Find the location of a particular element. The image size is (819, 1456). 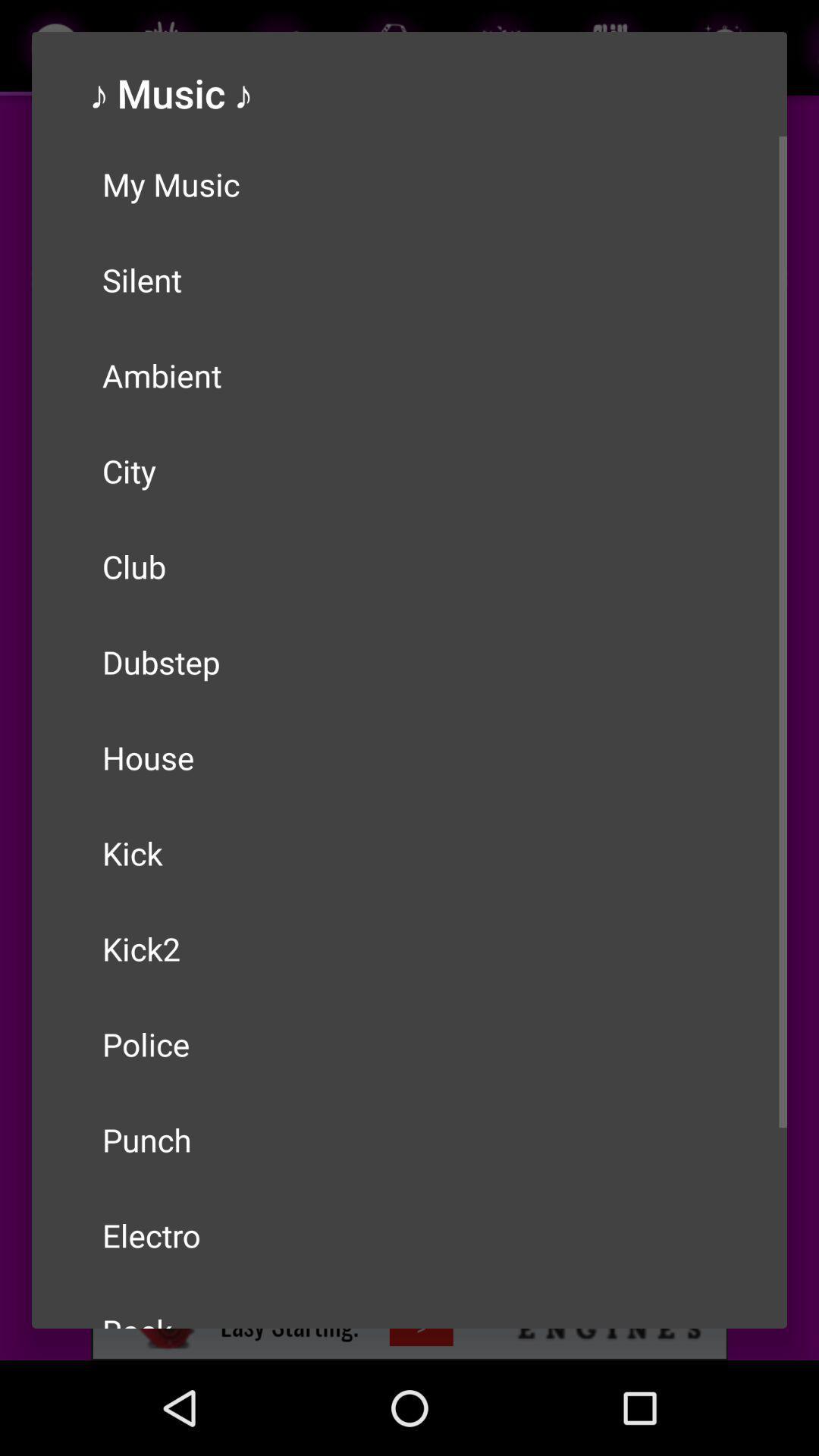

icon above 		city is located at coordinates (409, 375).